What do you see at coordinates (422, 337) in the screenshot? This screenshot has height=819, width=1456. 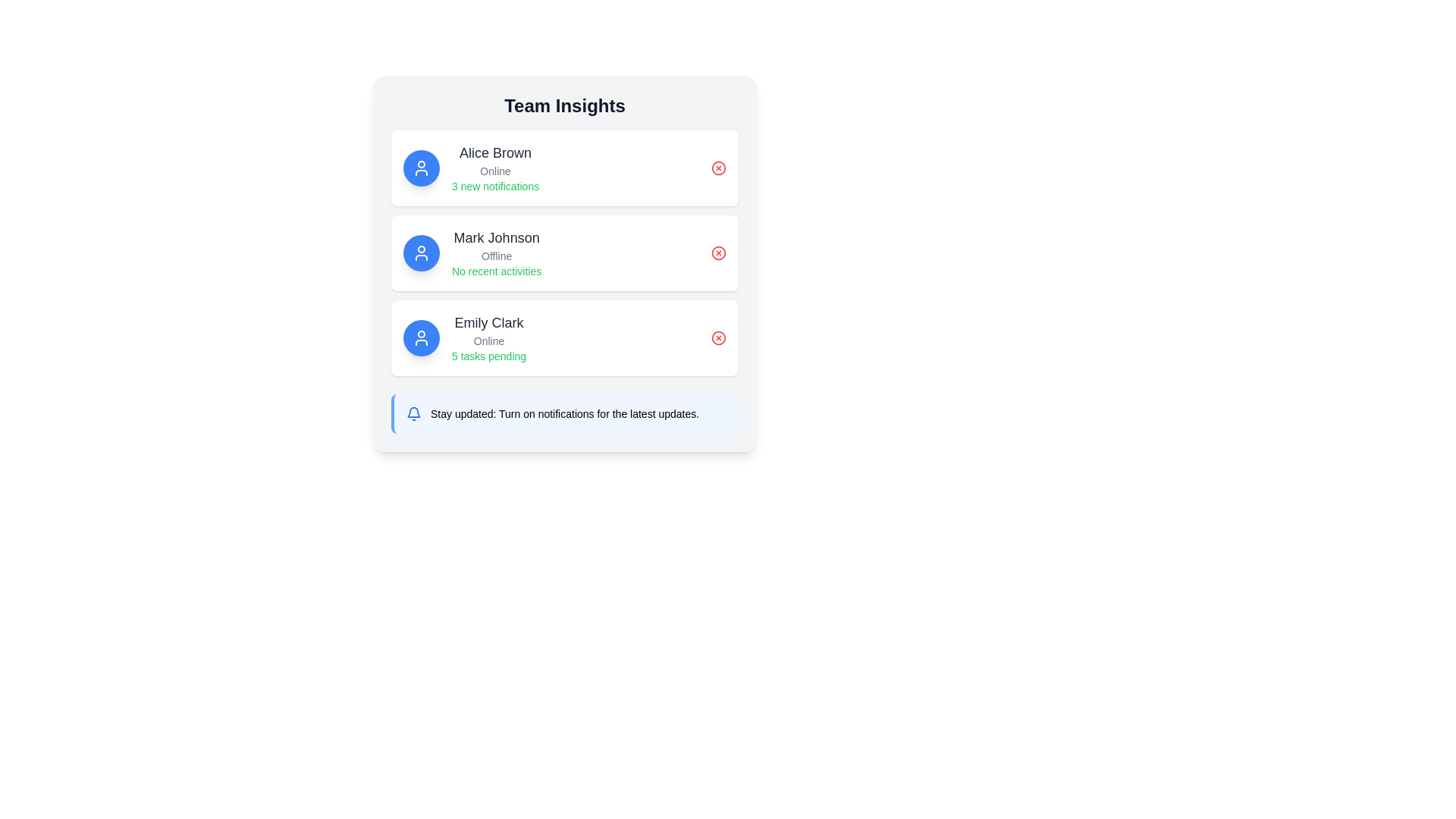 I see `the icon placeholder representing user 'Emily Clark', located on the left side of the row in the third group under 'Team Insights'` at bounding box center [422, 337].